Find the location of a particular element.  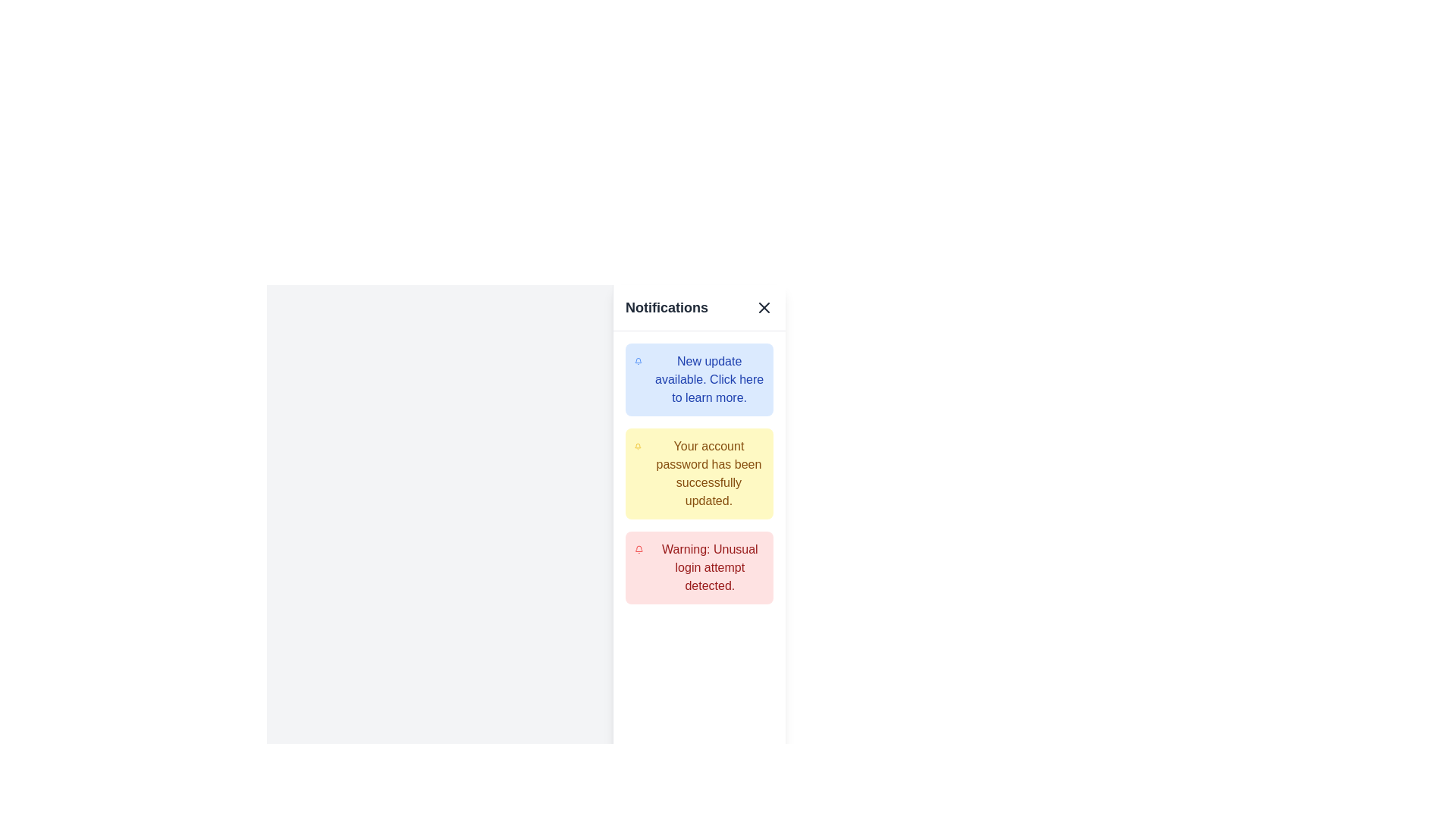

the third notification card in the notification panel is located at coordinates (698, 567).